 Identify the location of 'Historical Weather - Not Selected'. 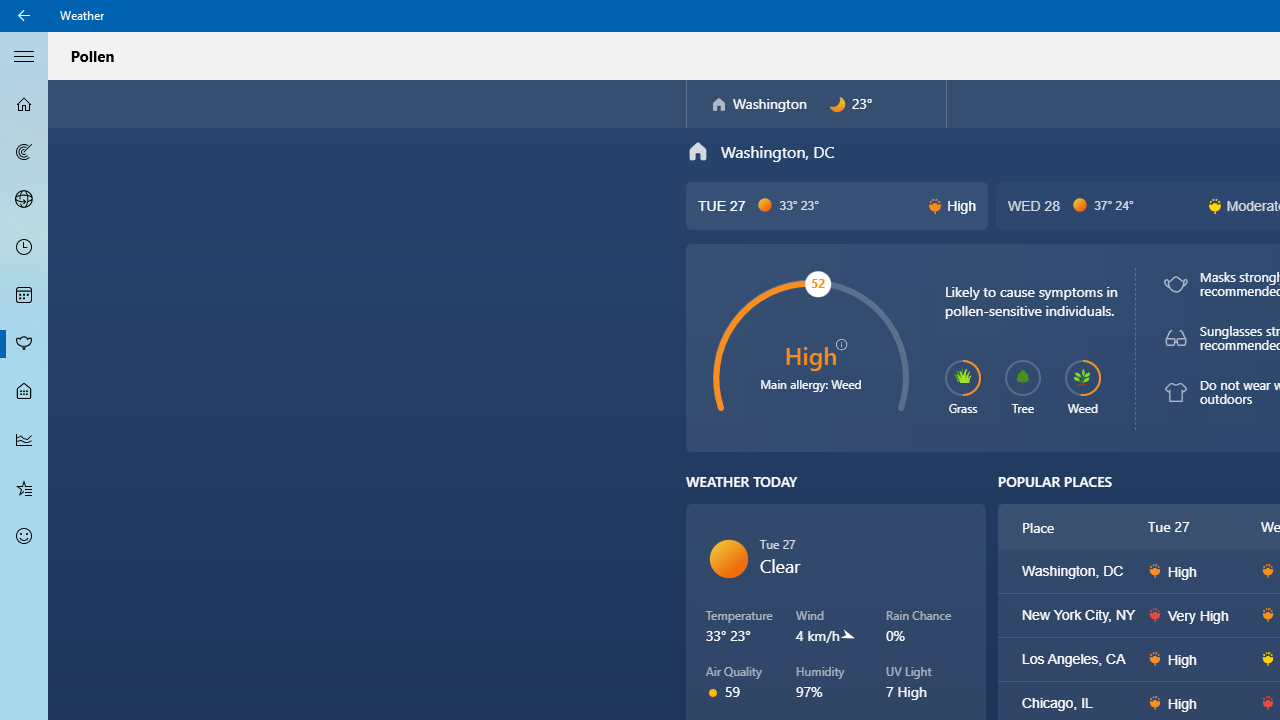
(24, 438).